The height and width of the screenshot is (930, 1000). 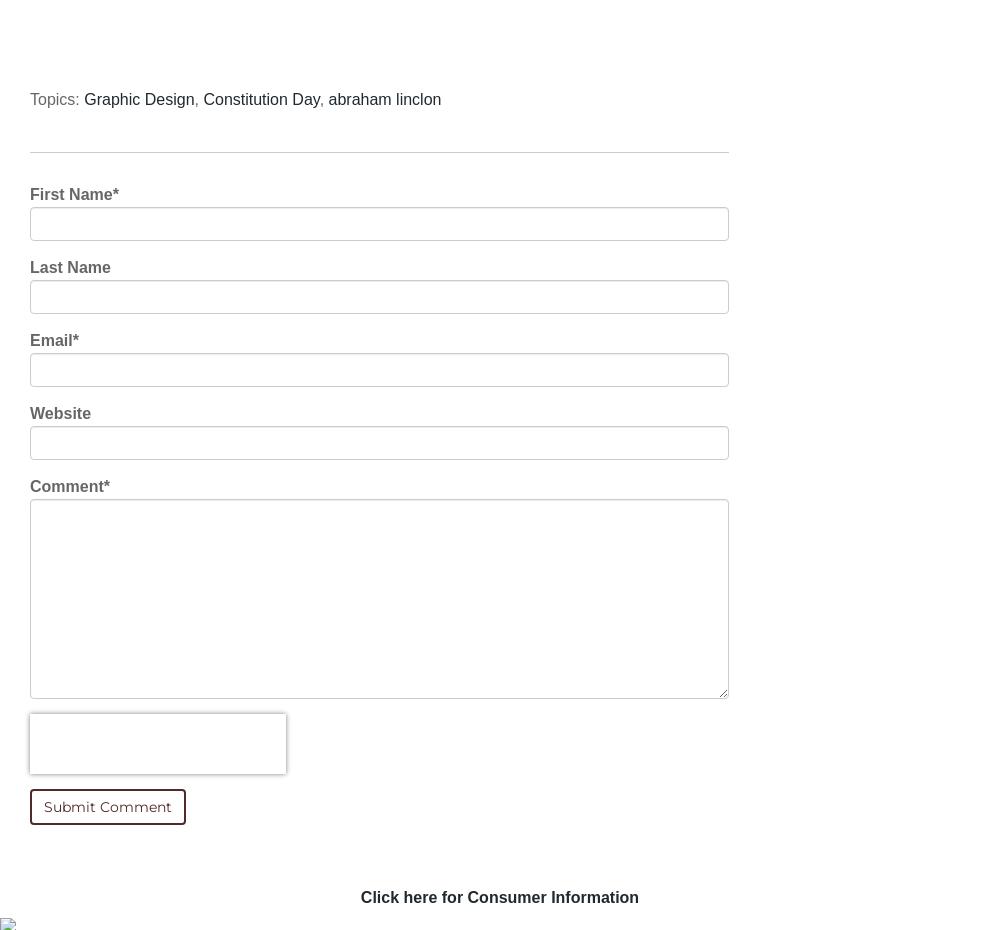 What do you see at coordinates (384, 99) in the screenshot?
I see `'abraham linclon'` at bounding box center [384, 99].